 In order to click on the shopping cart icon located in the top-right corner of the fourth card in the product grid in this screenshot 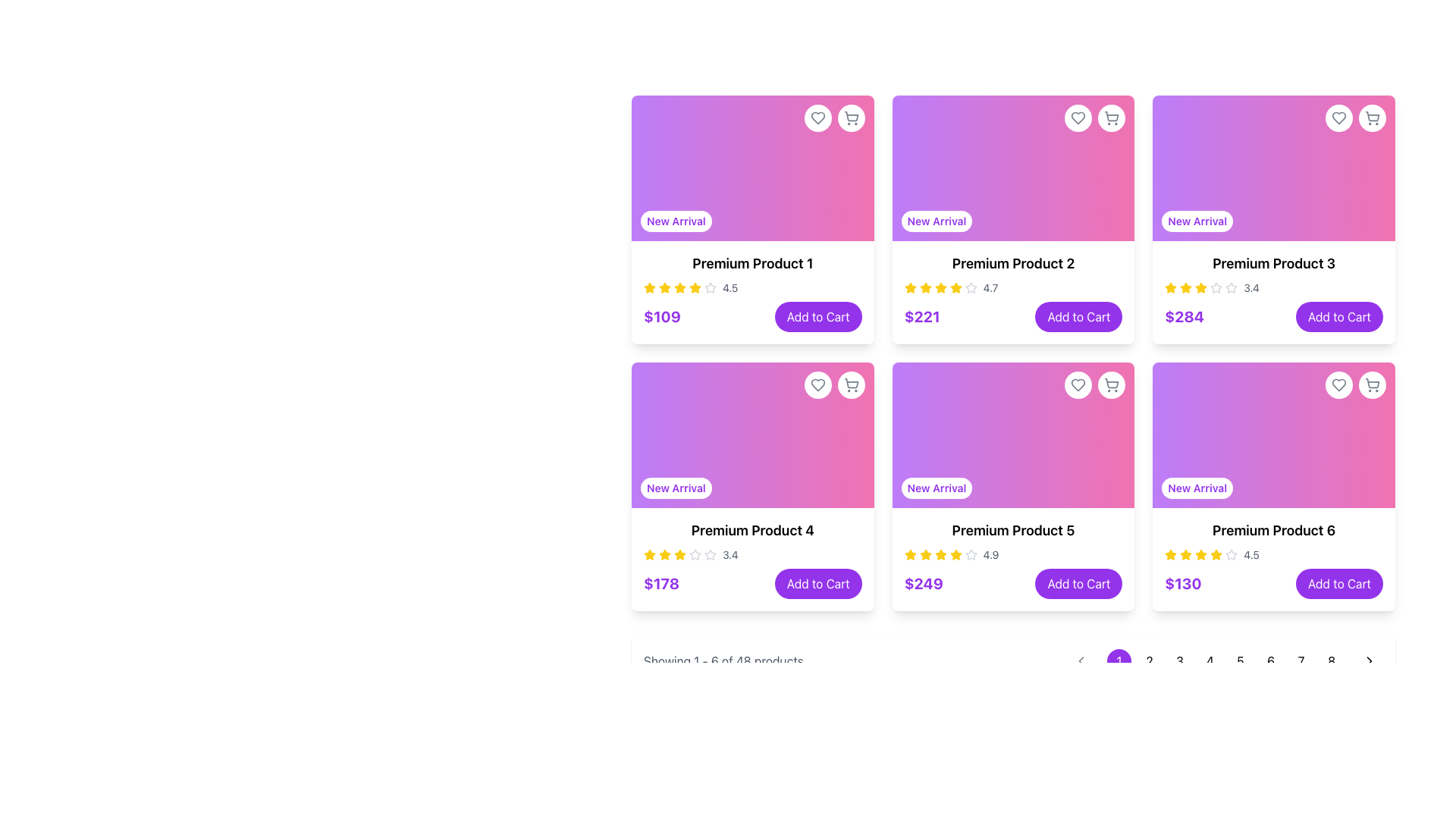, I will do `click(851, 384)`.